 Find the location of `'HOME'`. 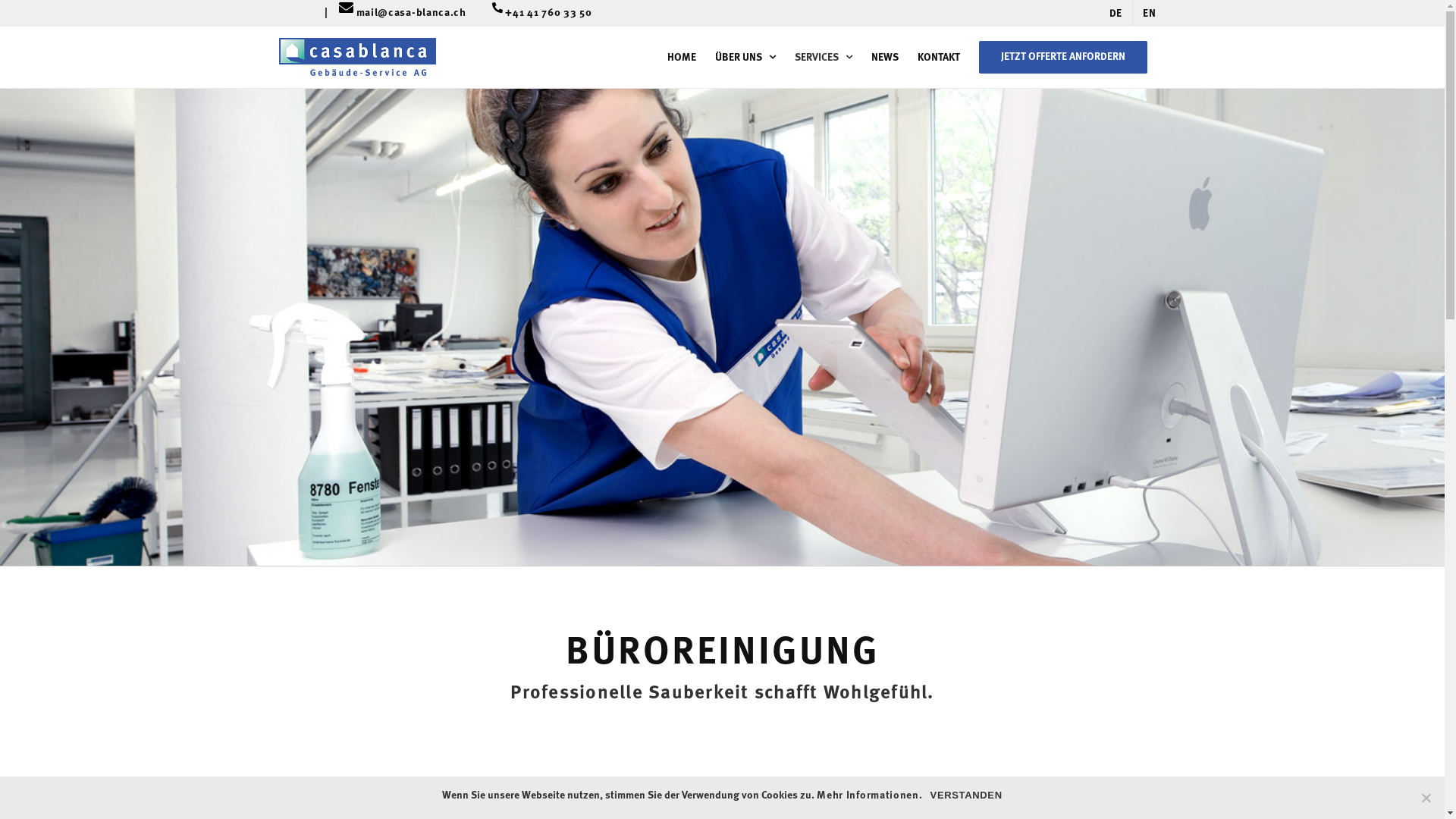

'HOME' is located at coordinates (680, 56).